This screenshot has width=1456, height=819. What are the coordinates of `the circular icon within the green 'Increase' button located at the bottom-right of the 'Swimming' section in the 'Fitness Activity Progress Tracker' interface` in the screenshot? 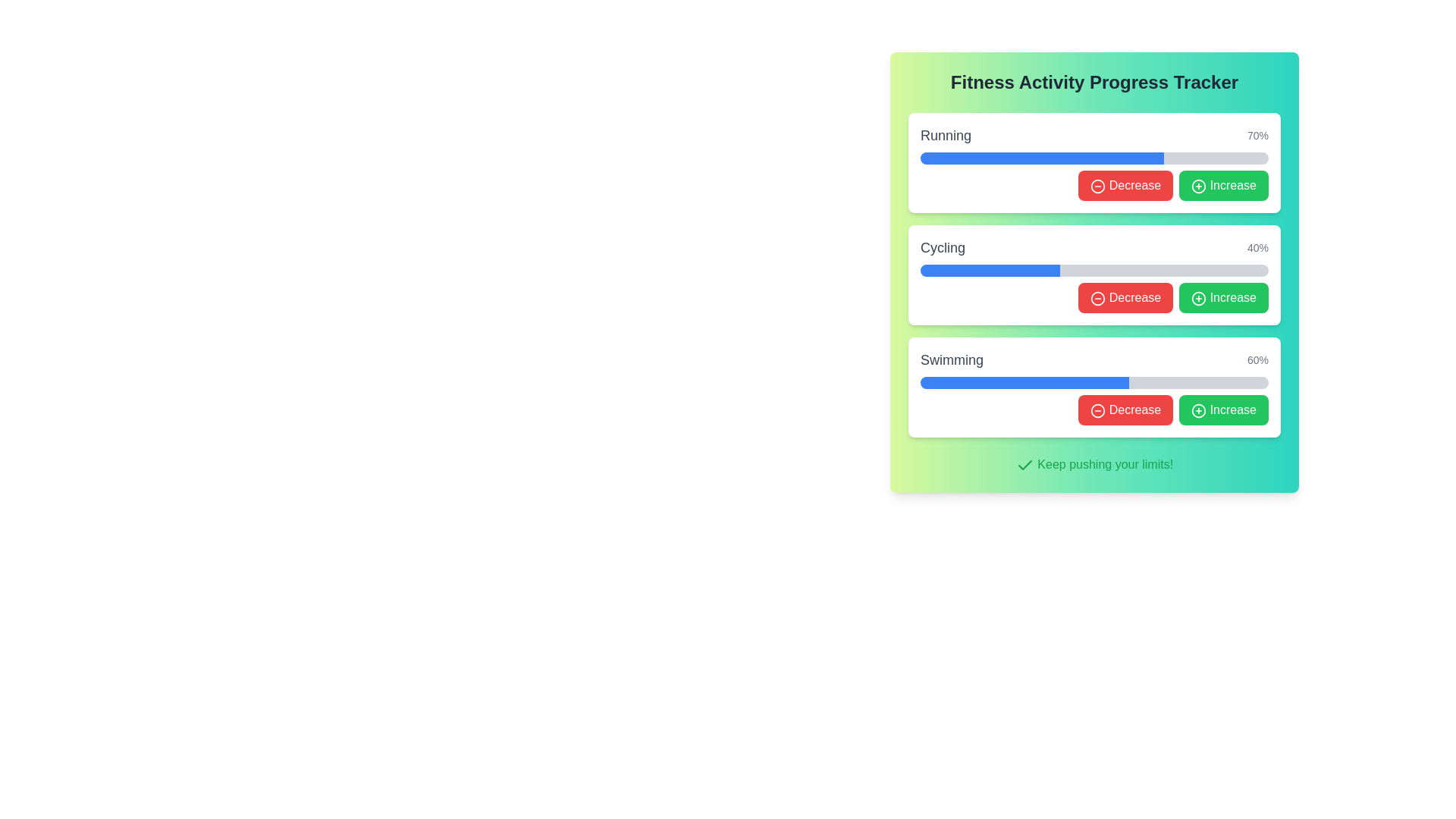 It's located at (1198, 410).